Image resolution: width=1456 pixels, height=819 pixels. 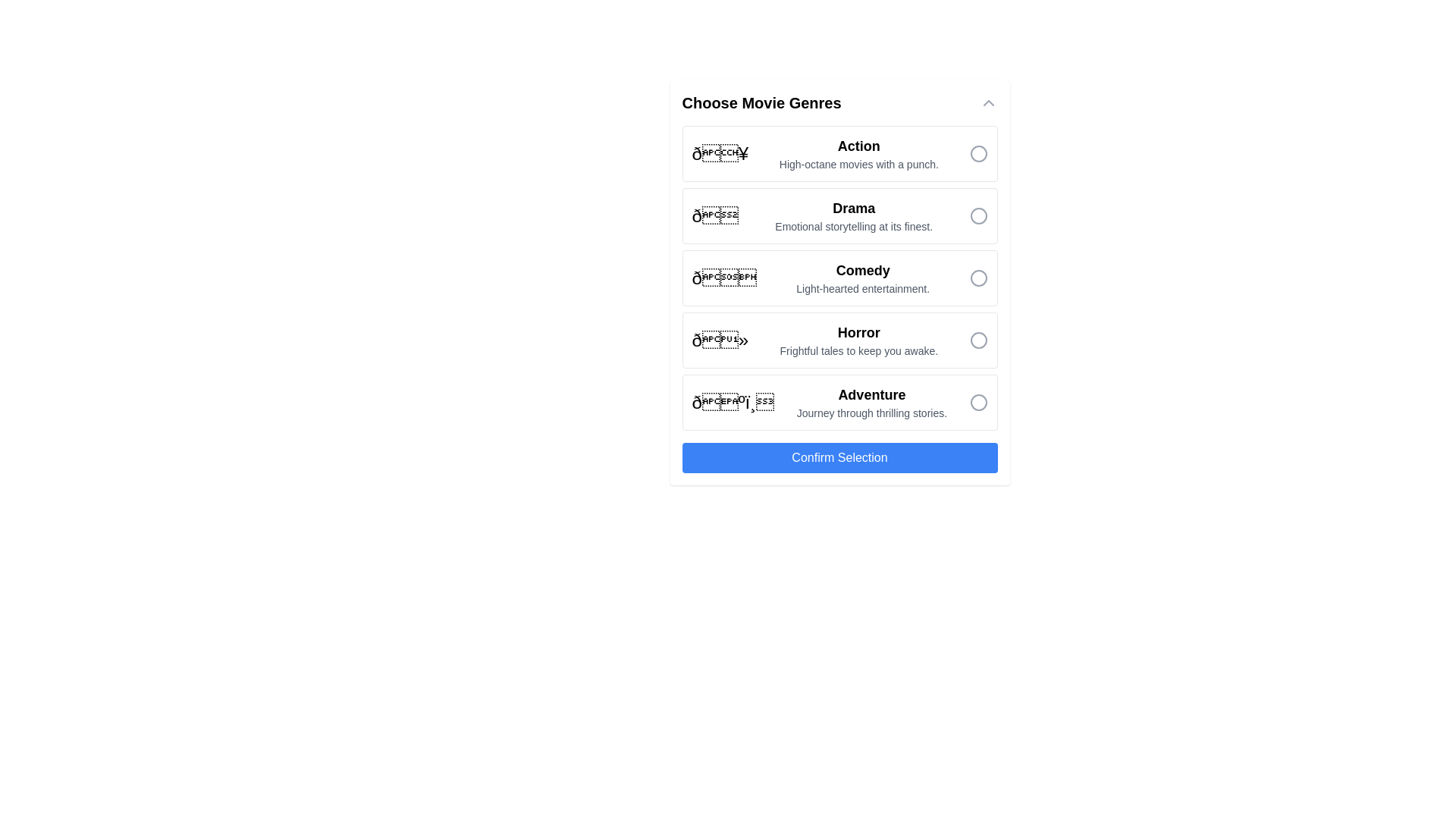 What do you see at coordinates (733, 402) in the screenshot?
I see `the stylized film or document icon located at the left edge of the 'Adventure' option row` at bounding box center [733, 402].